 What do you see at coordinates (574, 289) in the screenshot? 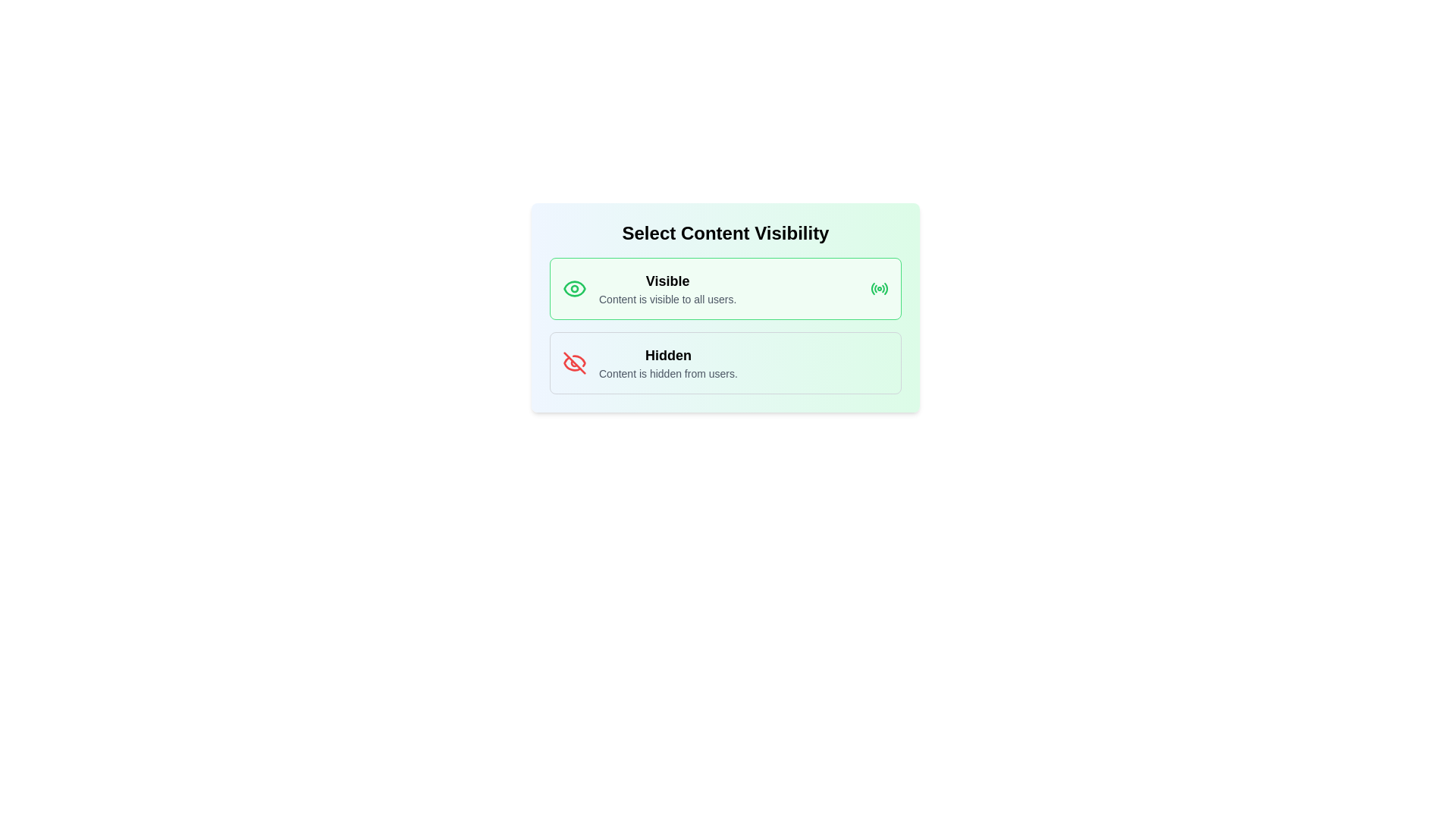
I see `the green eye icon located at the top-left corner of the first option box in the 'Select Content Visibility' interface, which is accompanied by the 'Visible' label` at bounding box center [574, 289].